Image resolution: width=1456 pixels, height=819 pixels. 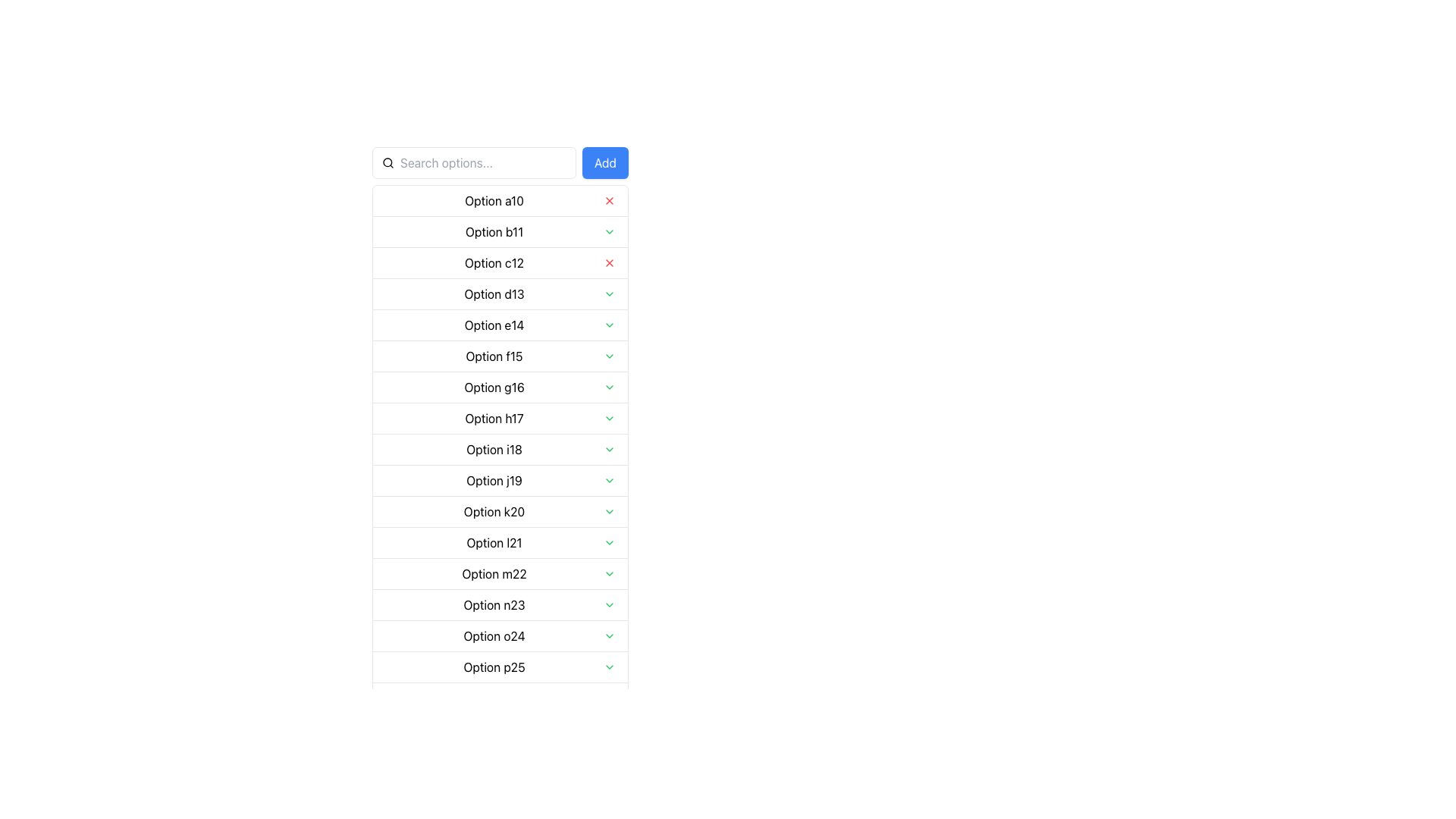 What do you see at coordinates (604, 163) in the screenshot?
I see `the blue button with rounded corners labeled 'Add' located at the top right of the layout` at bounding box center [604, 163].